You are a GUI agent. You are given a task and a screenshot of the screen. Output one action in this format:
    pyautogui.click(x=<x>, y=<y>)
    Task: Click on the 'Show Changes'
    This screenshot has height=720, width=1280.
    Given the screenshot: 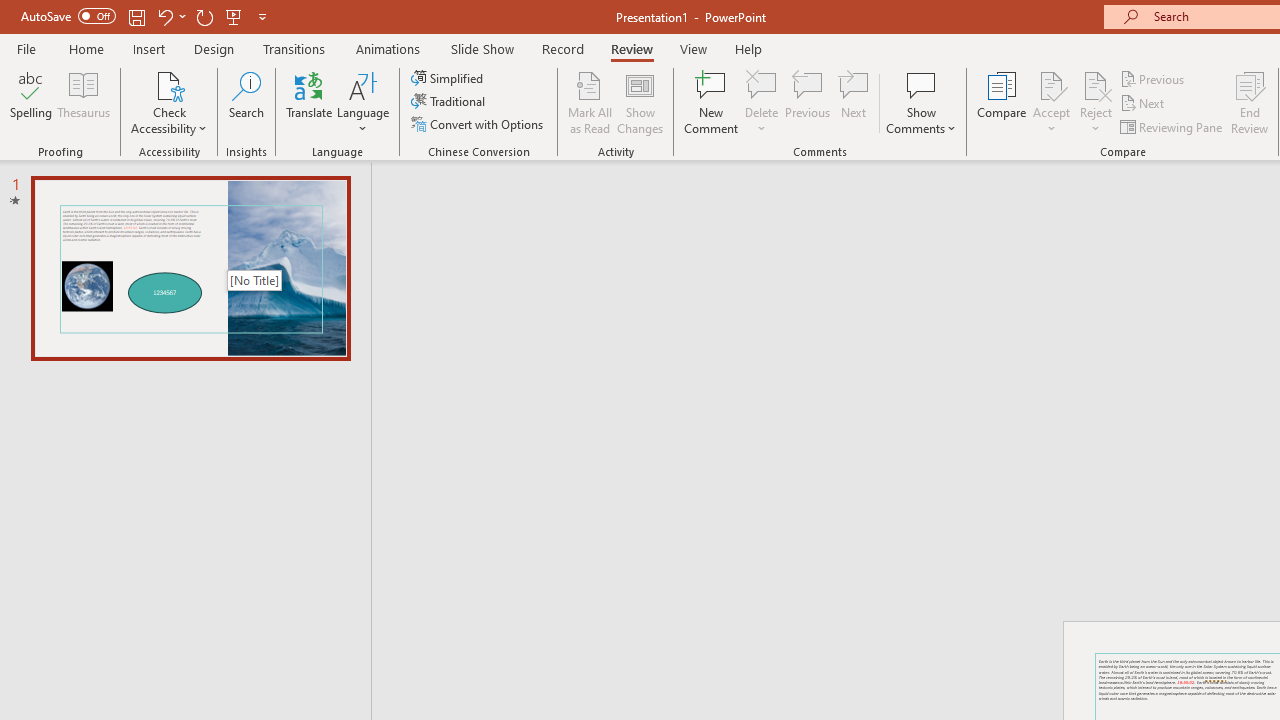 What is the action you would take?
    pyautogui.click(x=640, y=103)
    